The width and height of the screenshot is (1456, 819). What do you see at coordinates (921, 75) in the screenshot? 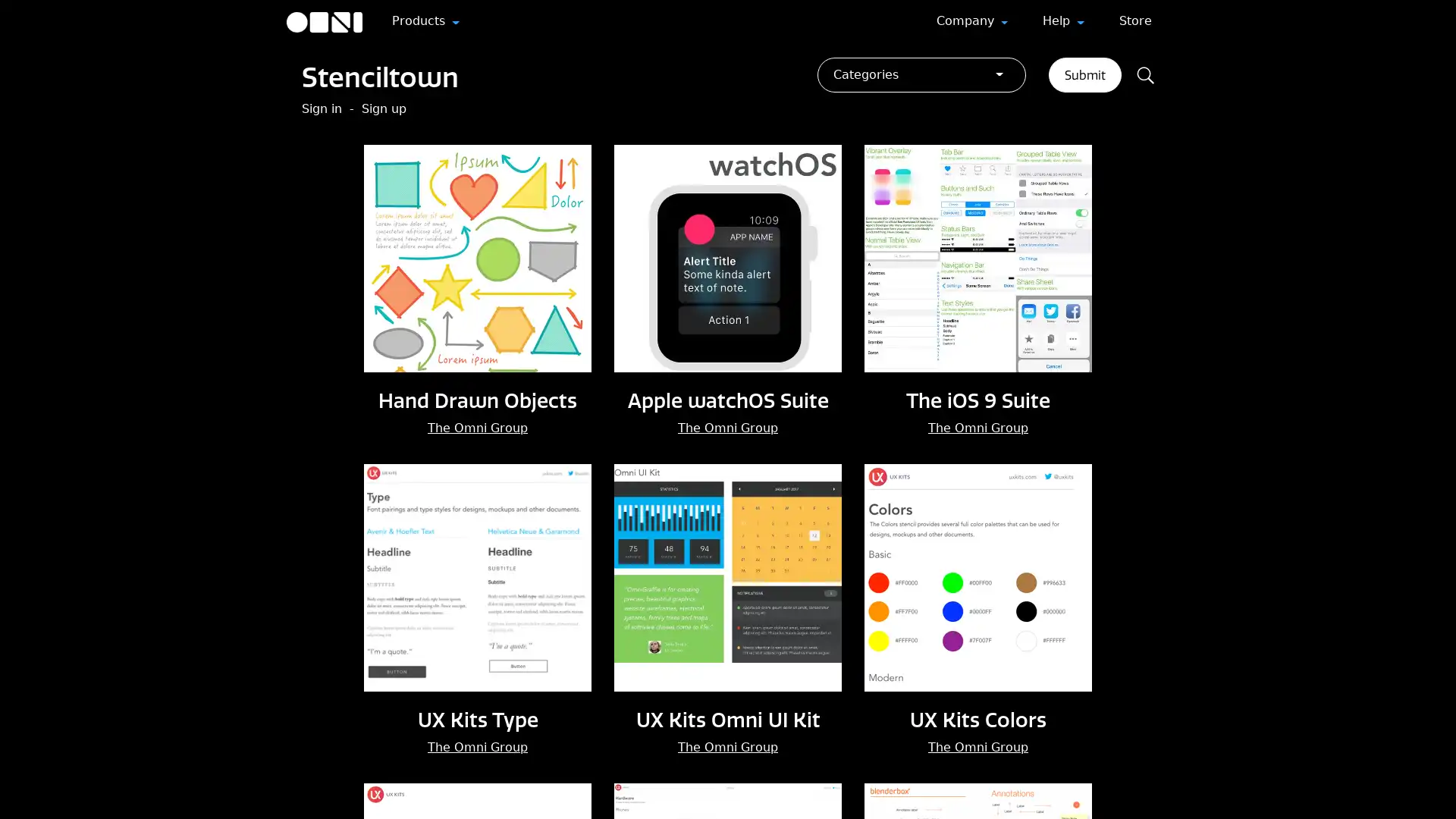
I see `Categories` at bounding box center [921, 75].